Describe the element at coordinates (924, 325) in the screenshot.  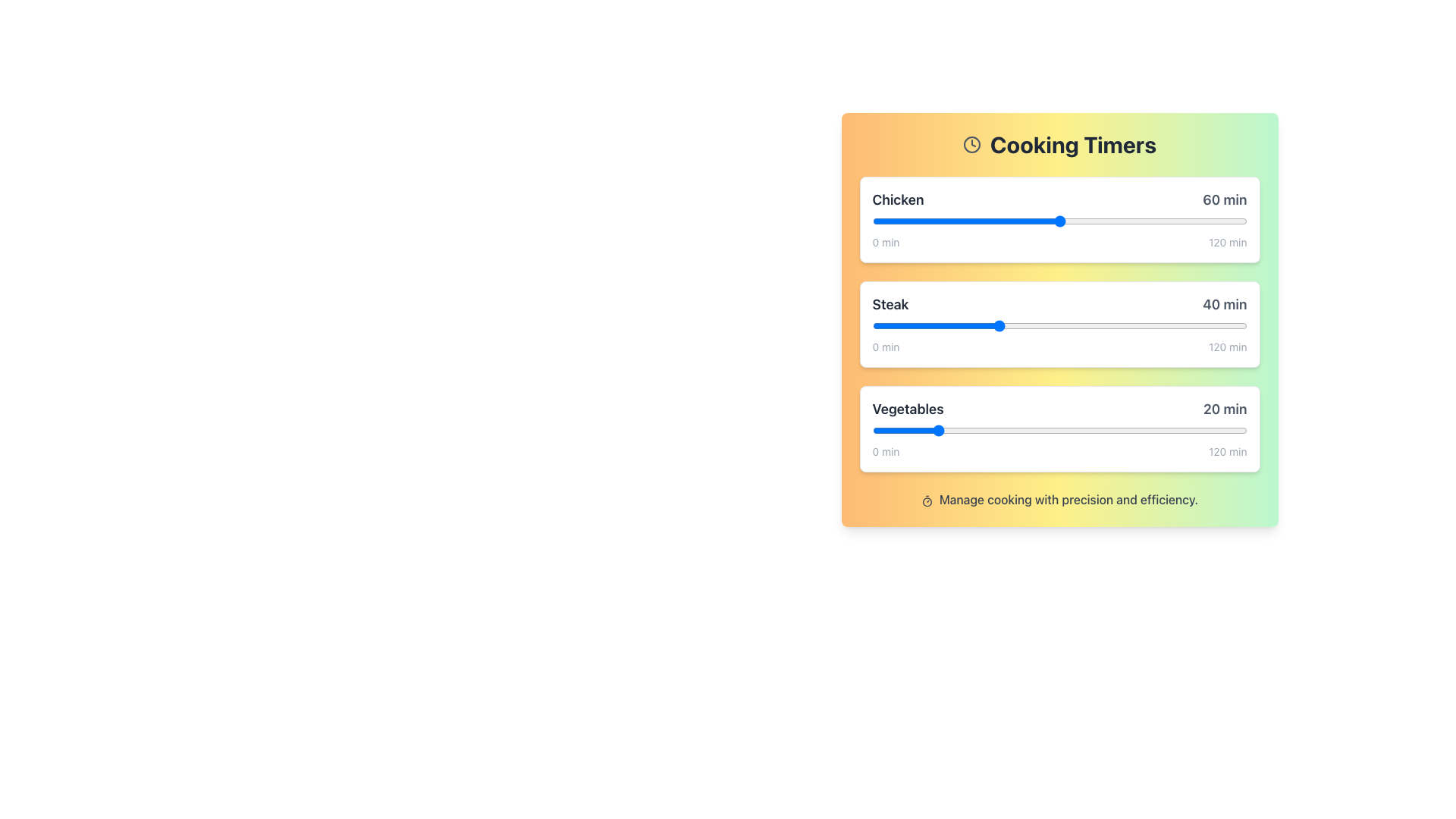
I see `the timer value for the slider` at that location.